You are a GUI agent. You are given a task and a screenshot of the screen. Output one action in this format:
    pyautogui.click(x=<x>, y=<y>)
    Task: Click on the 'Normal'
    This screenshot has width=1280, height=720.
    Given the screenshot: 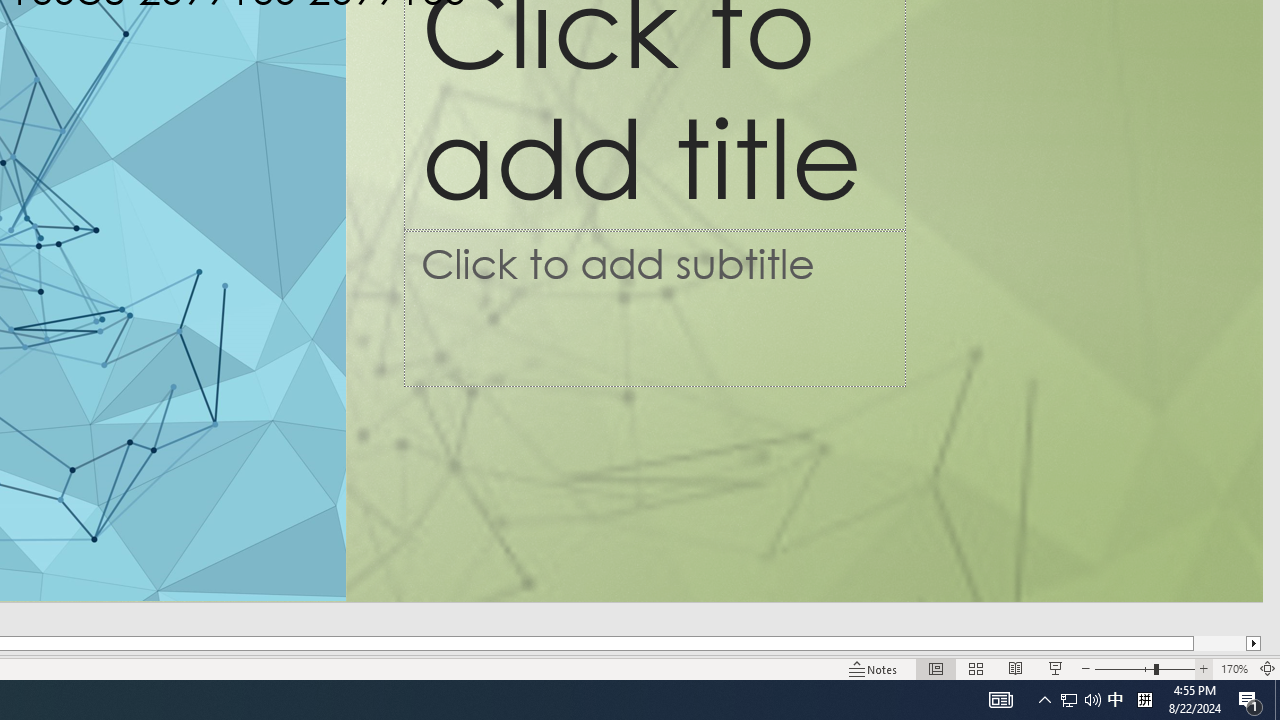 What is the action you would take?
    pyautogui.click(x=935, y=669)
    